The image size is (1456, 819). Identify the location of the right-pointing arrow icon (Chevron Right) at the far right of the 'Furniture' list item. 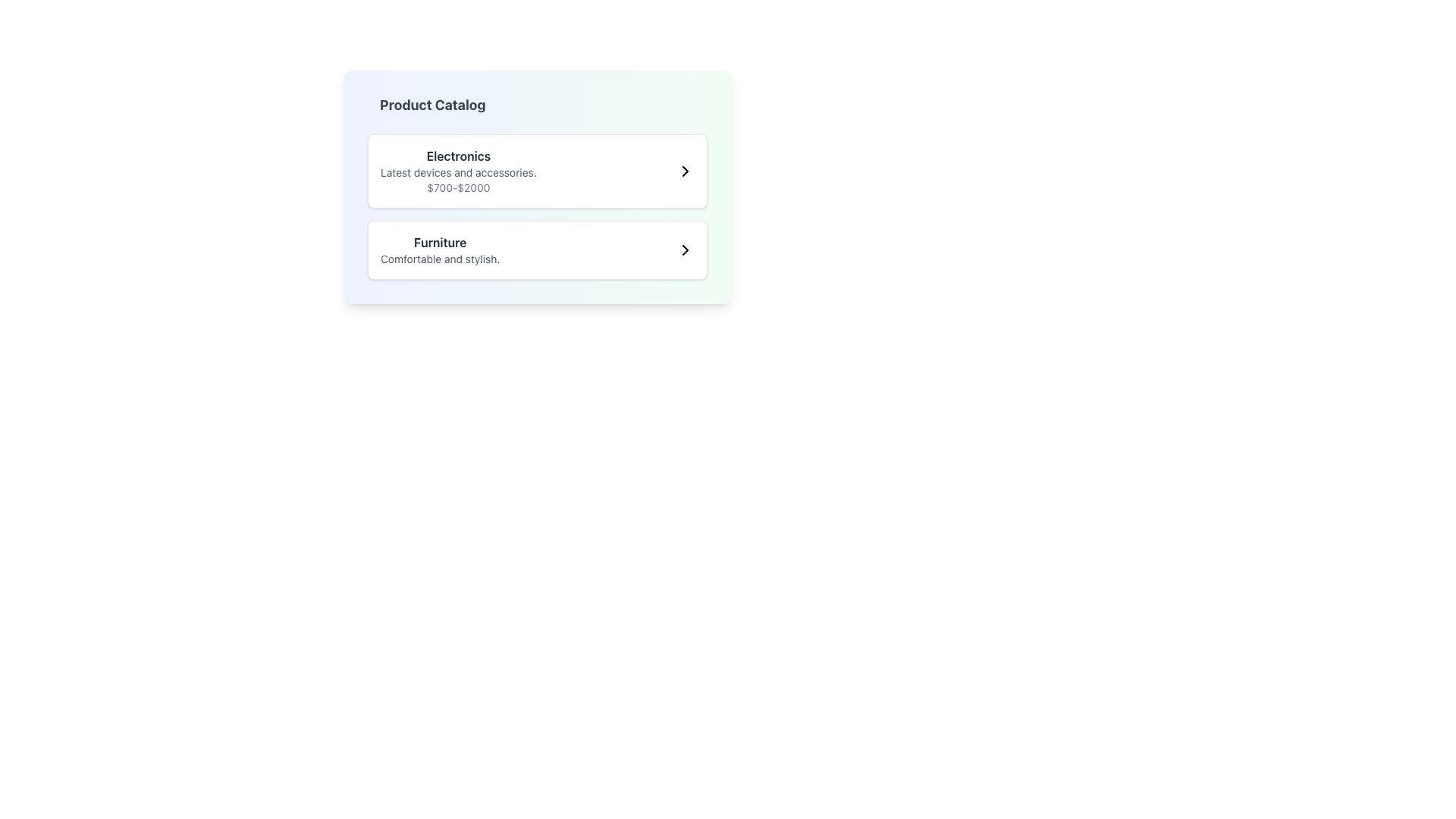
(684, 249).